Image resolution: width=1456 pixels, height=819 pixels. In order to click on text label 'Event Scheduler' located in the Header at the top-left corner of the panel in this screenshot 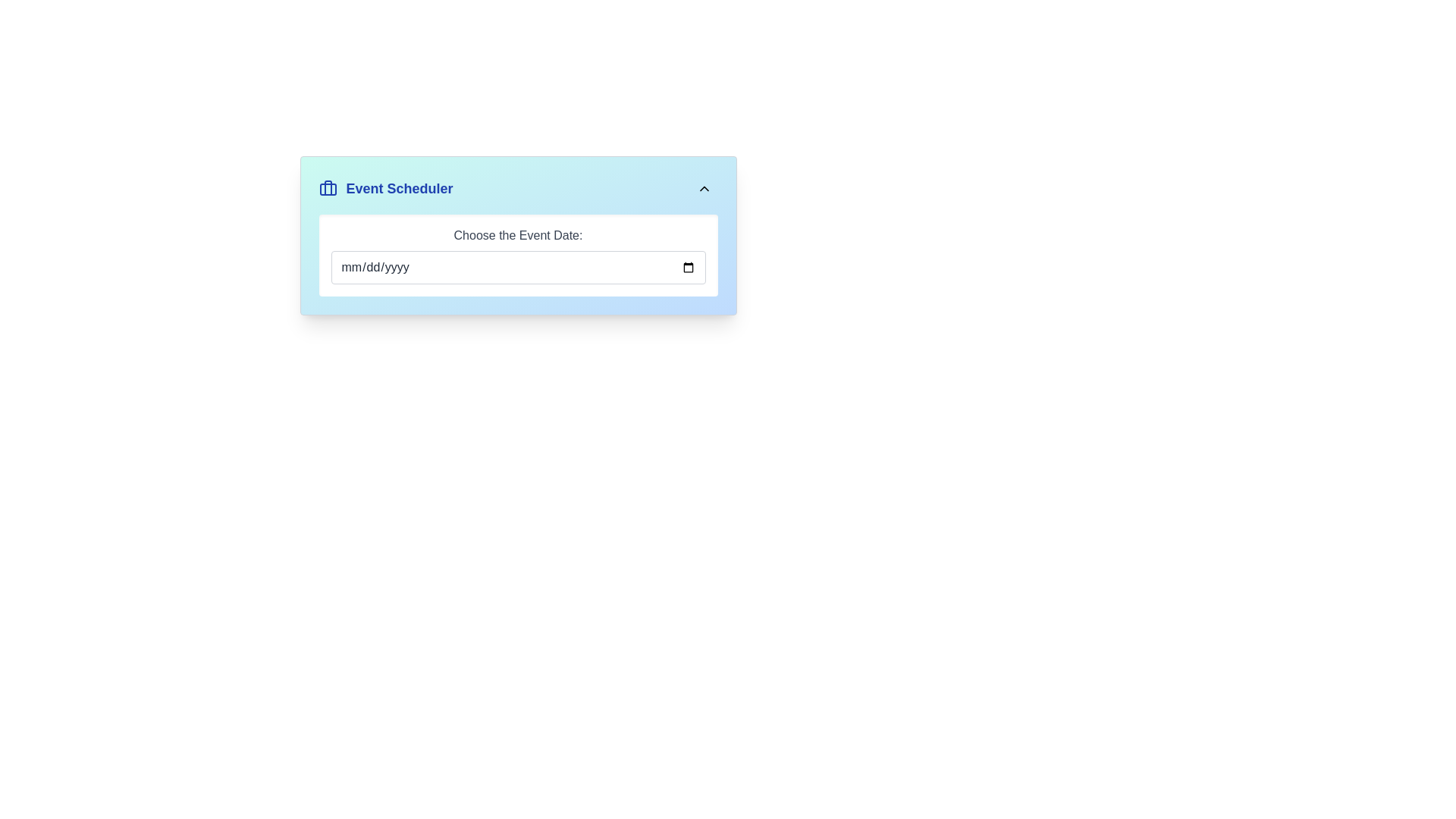, I will do `click(385, 188)`.